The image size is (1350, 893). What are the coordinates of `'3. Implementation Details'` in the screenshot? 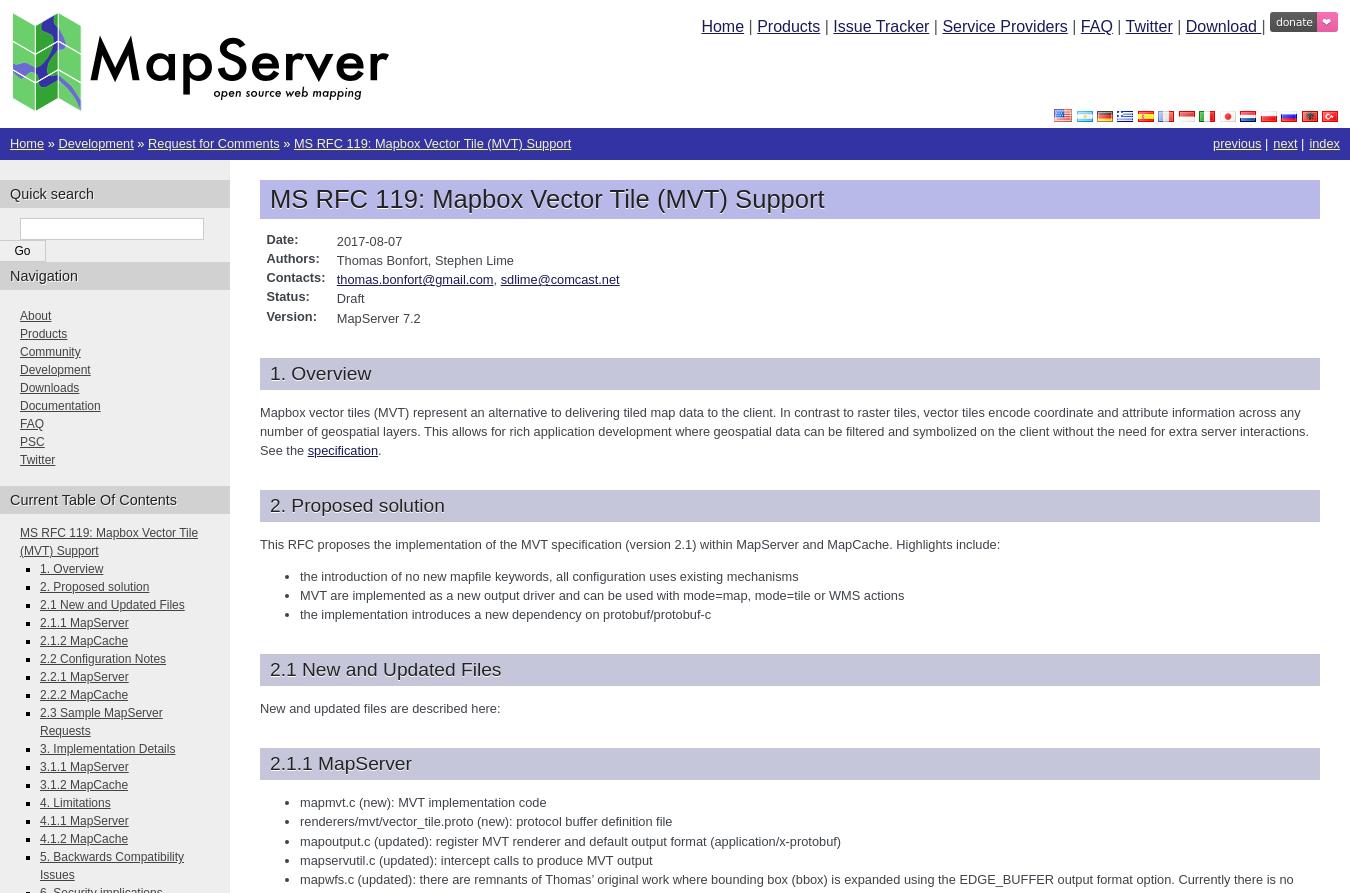 It's located at (106, 747).